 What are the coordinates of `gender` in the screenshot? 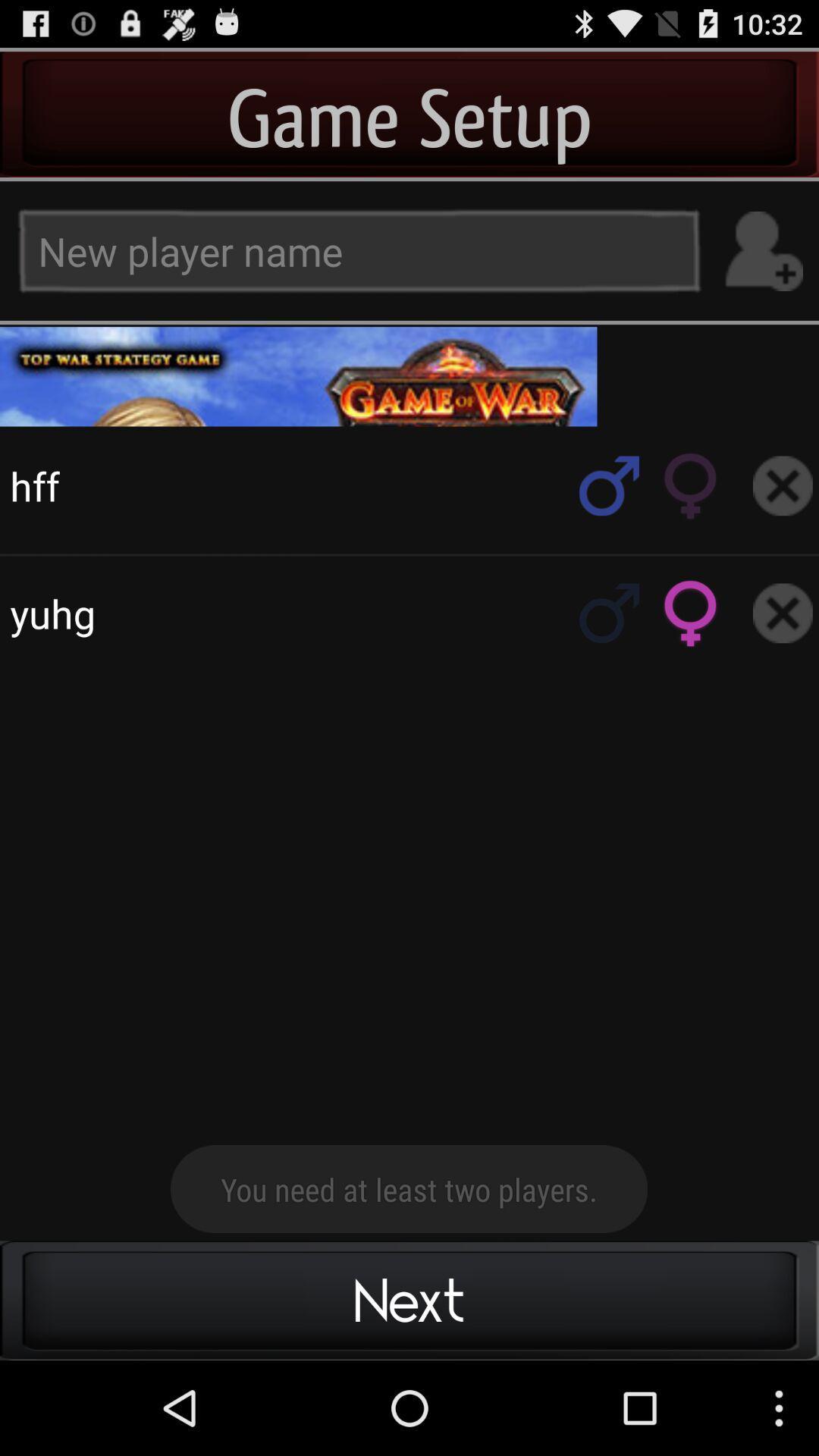 It's located at (691, 613).